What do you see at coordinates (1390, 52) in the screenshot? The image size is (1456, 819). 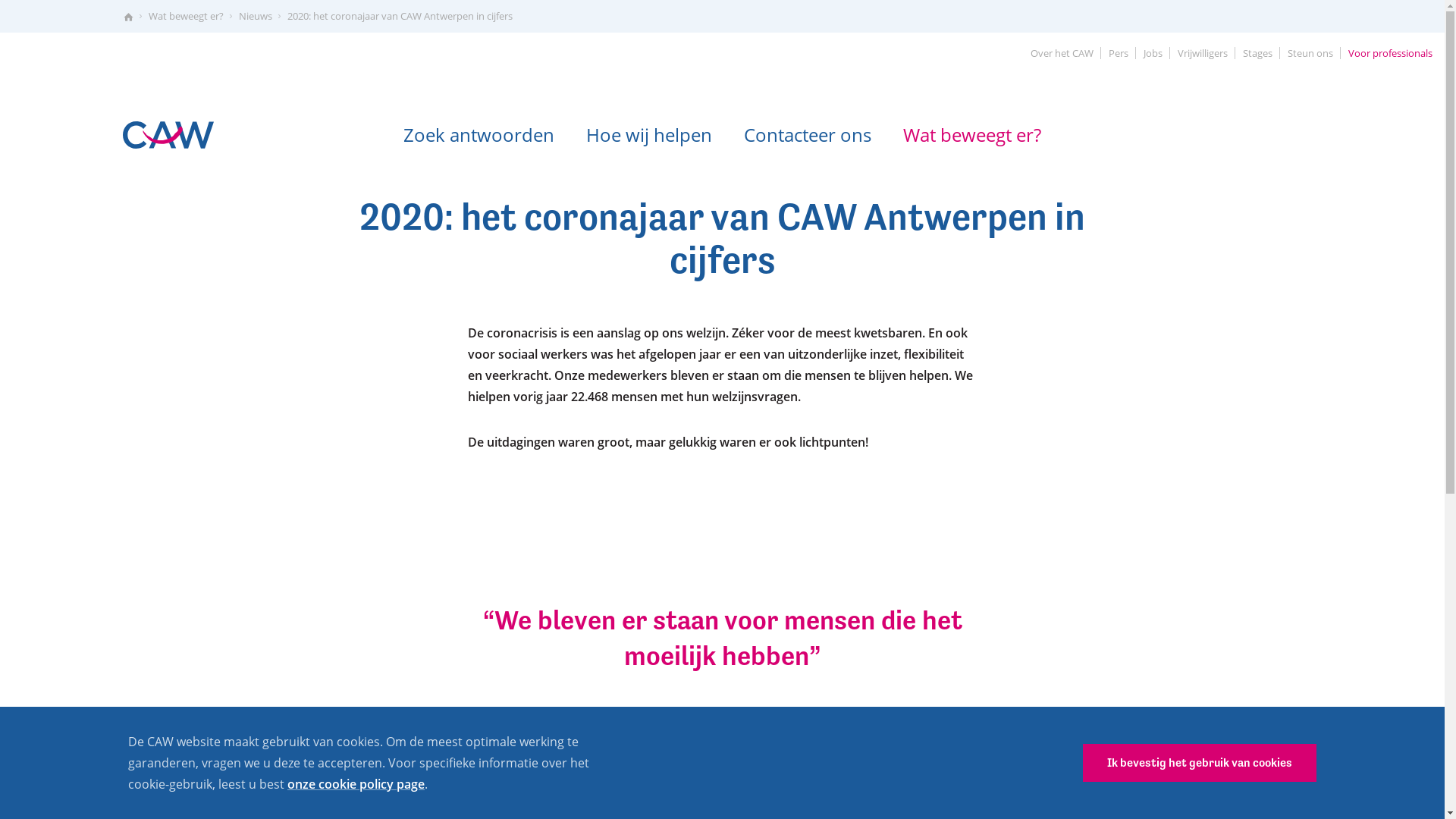 I see `'Voor professionals'` at bounding box center [1390, 52].